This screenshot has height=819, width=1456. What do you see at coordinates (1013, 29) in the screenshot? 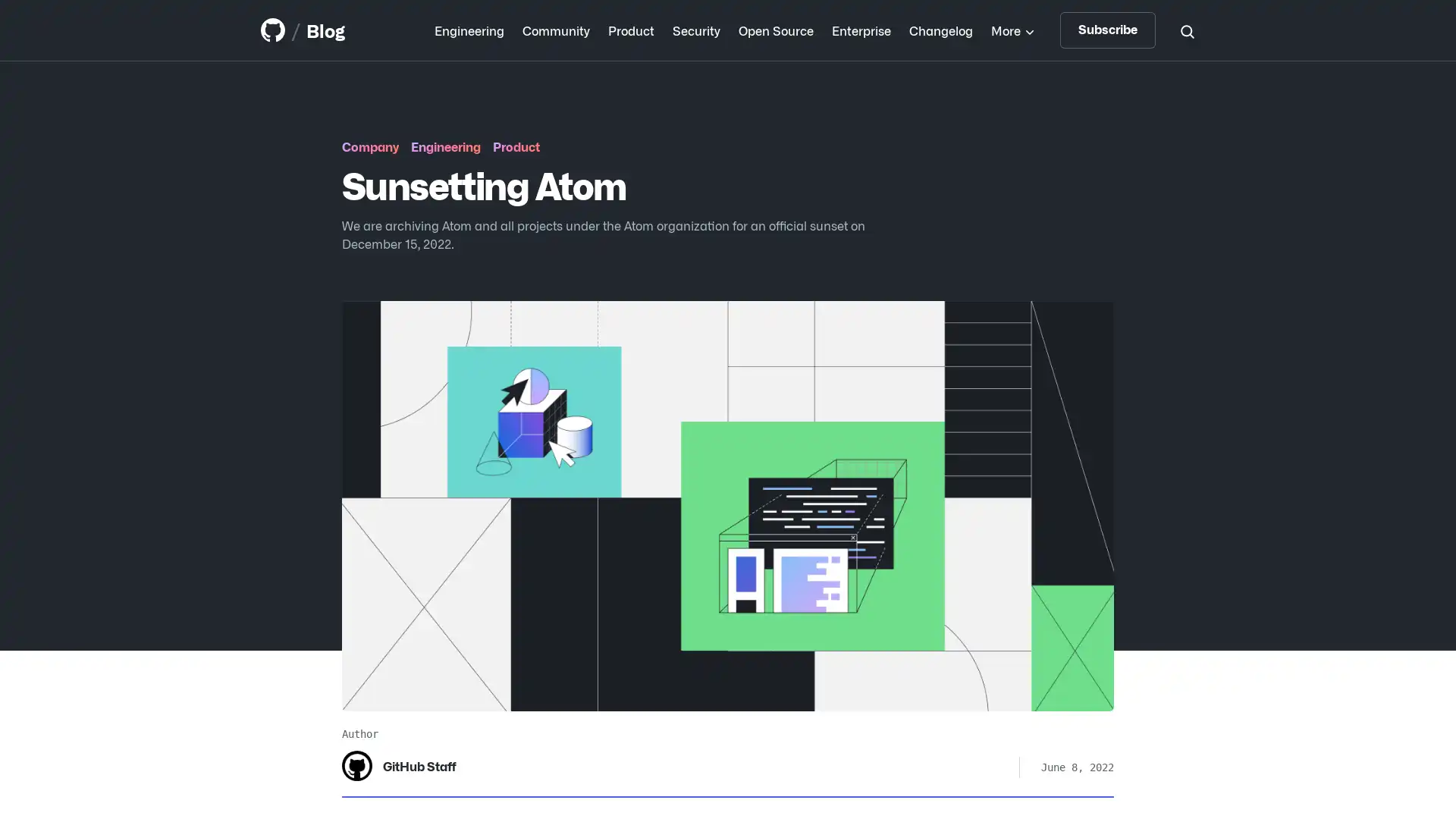
I see `More` at bounding box center [1013, 29].